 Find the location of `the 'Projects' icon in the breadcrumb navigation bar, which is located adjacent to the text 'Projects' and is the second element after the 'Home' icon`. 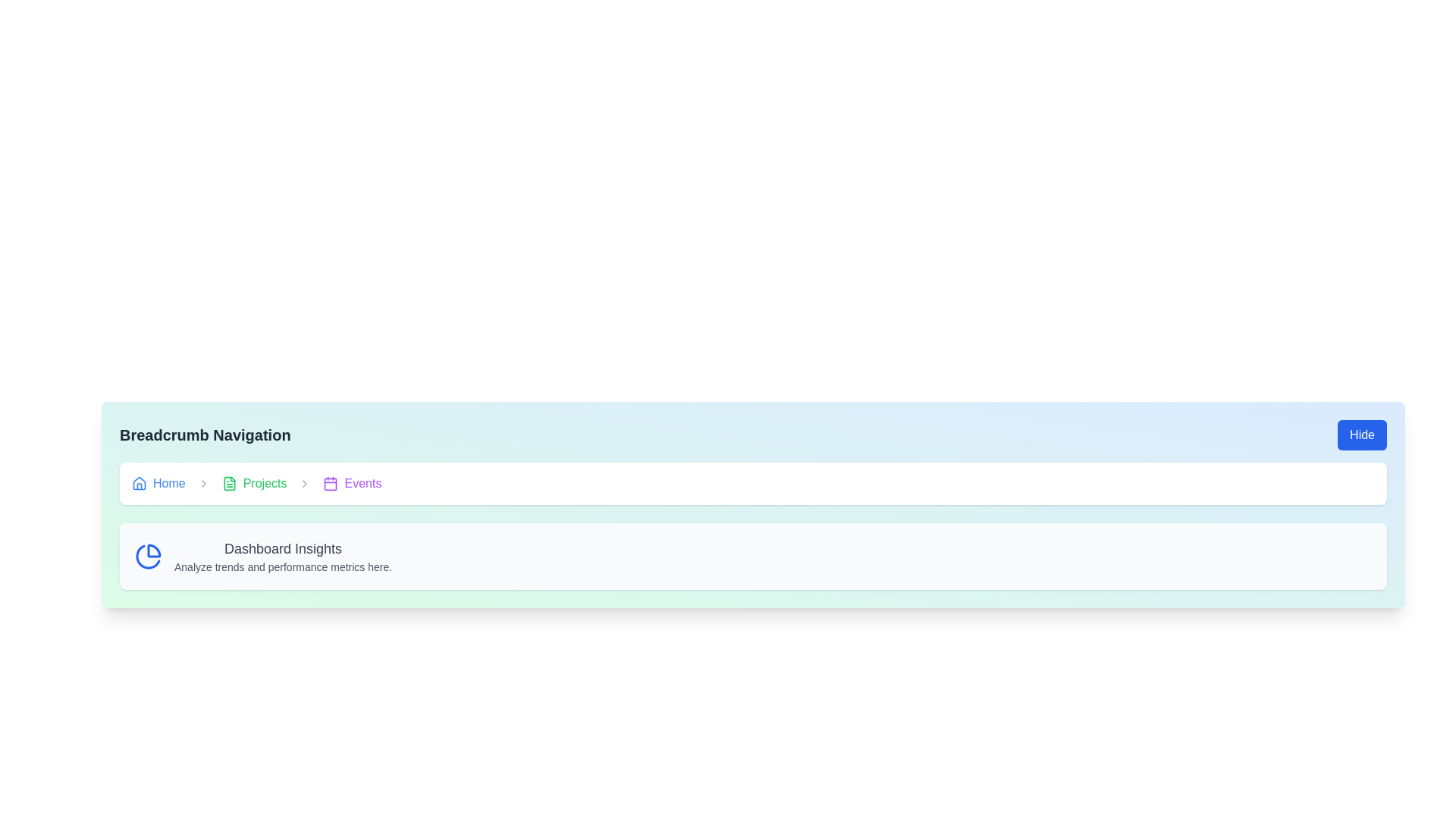

the 'Projects' icon in the breadcrumb navigation bar, which is located adjacent to the text 'Projects' and is the second element after the 'Home' icon is located at coordinates (228, 483).